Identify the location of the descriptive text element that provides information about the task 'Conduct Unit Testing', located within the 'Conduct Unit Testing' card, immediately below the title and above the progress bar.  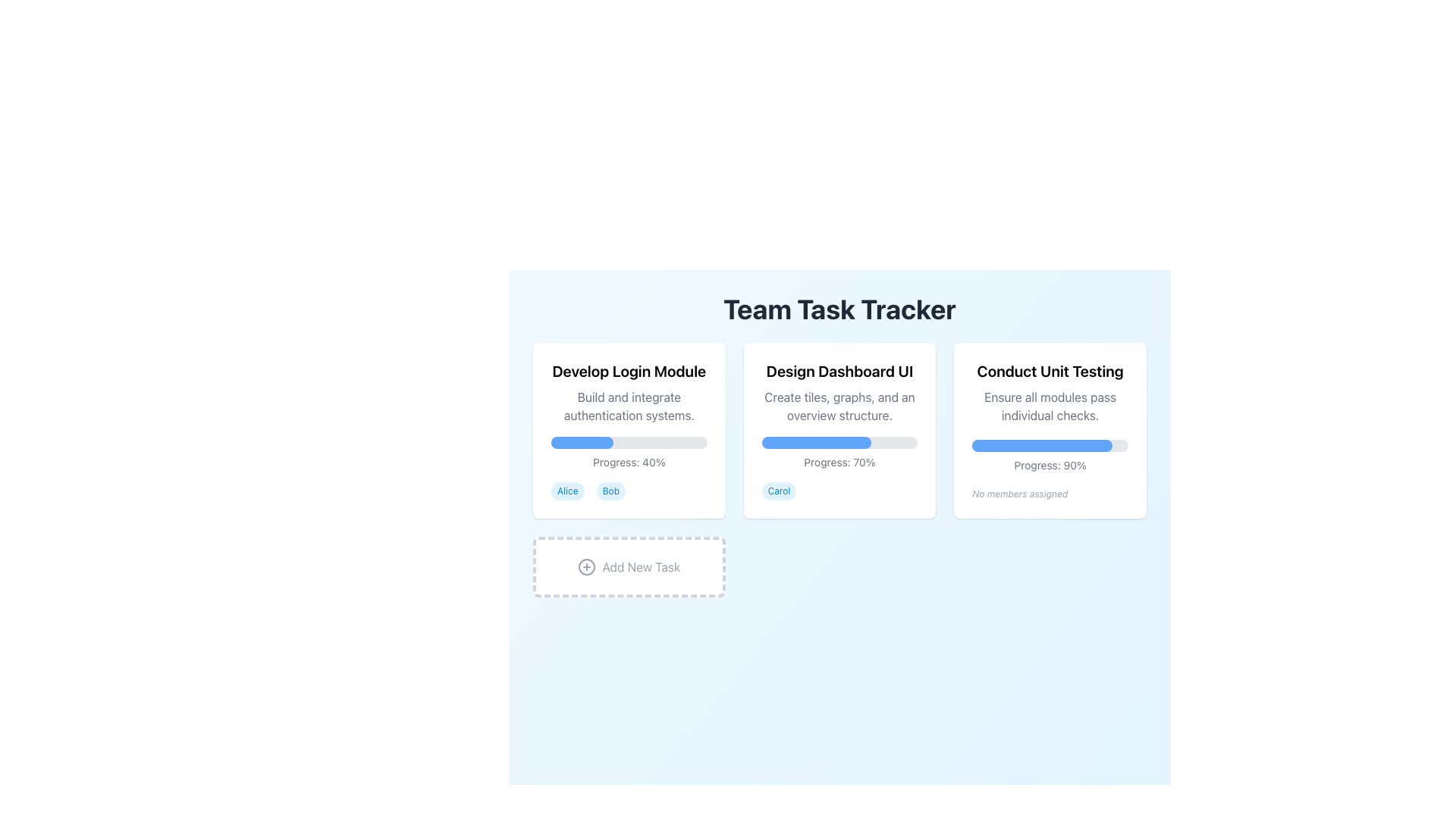
(1050, 406).